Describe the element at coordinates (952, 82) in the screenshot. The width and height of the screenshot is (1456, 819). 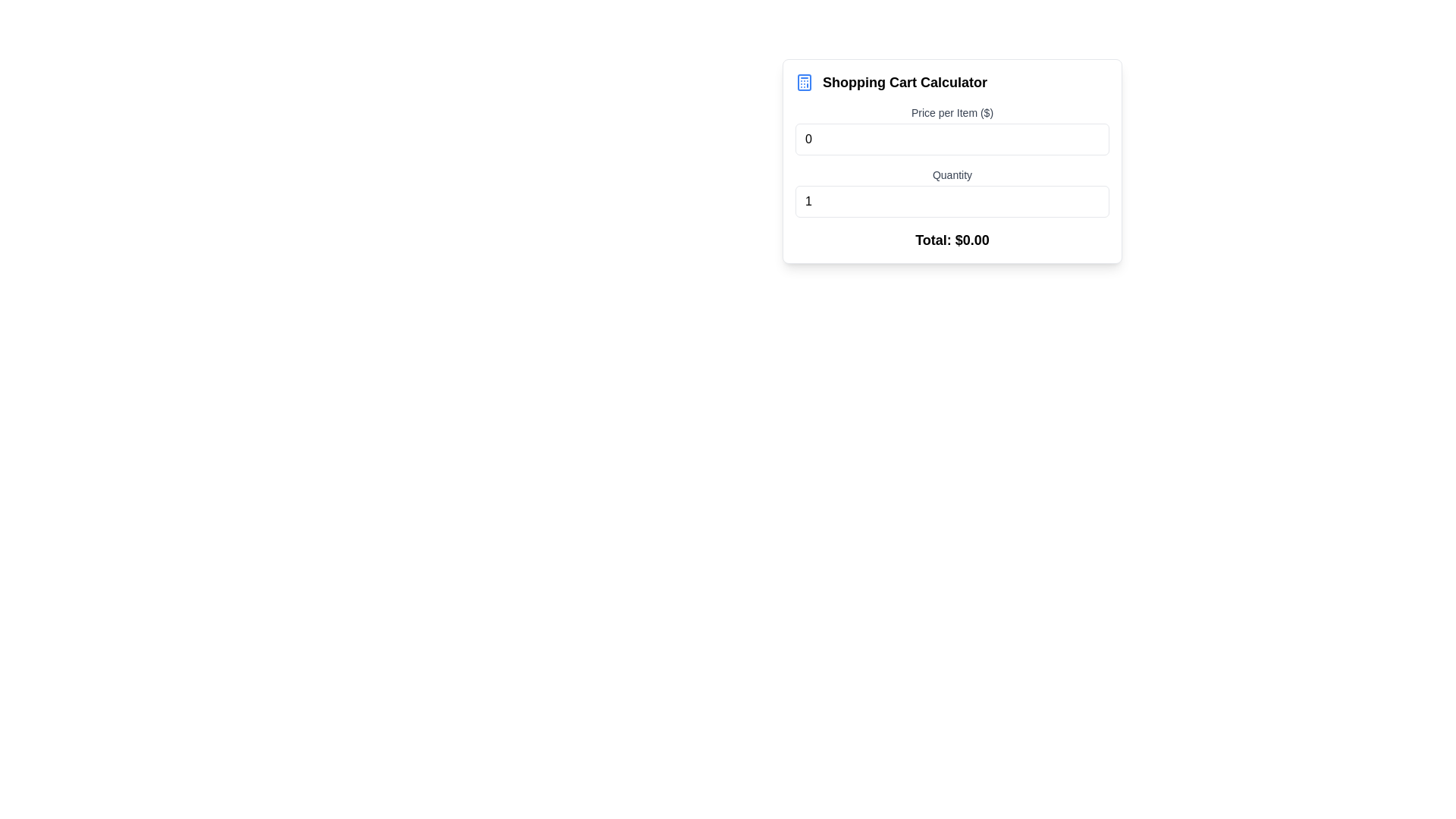
I see `the Heading element at the top of the card that serves as a title, which includes an accompanying icon` at that location.